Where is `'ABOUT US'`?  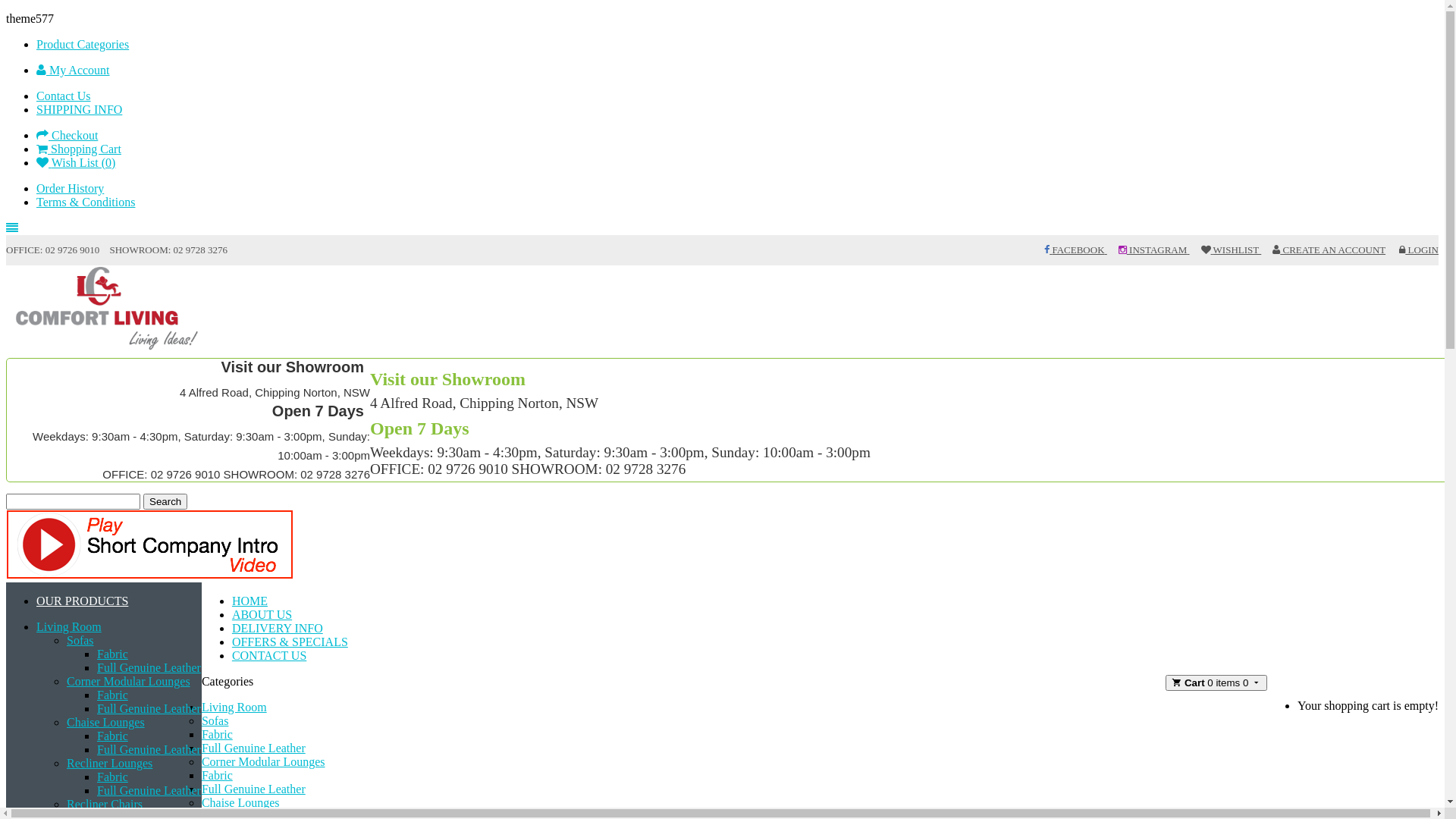 'ABOUT US' is located at coordinates (262, 614).